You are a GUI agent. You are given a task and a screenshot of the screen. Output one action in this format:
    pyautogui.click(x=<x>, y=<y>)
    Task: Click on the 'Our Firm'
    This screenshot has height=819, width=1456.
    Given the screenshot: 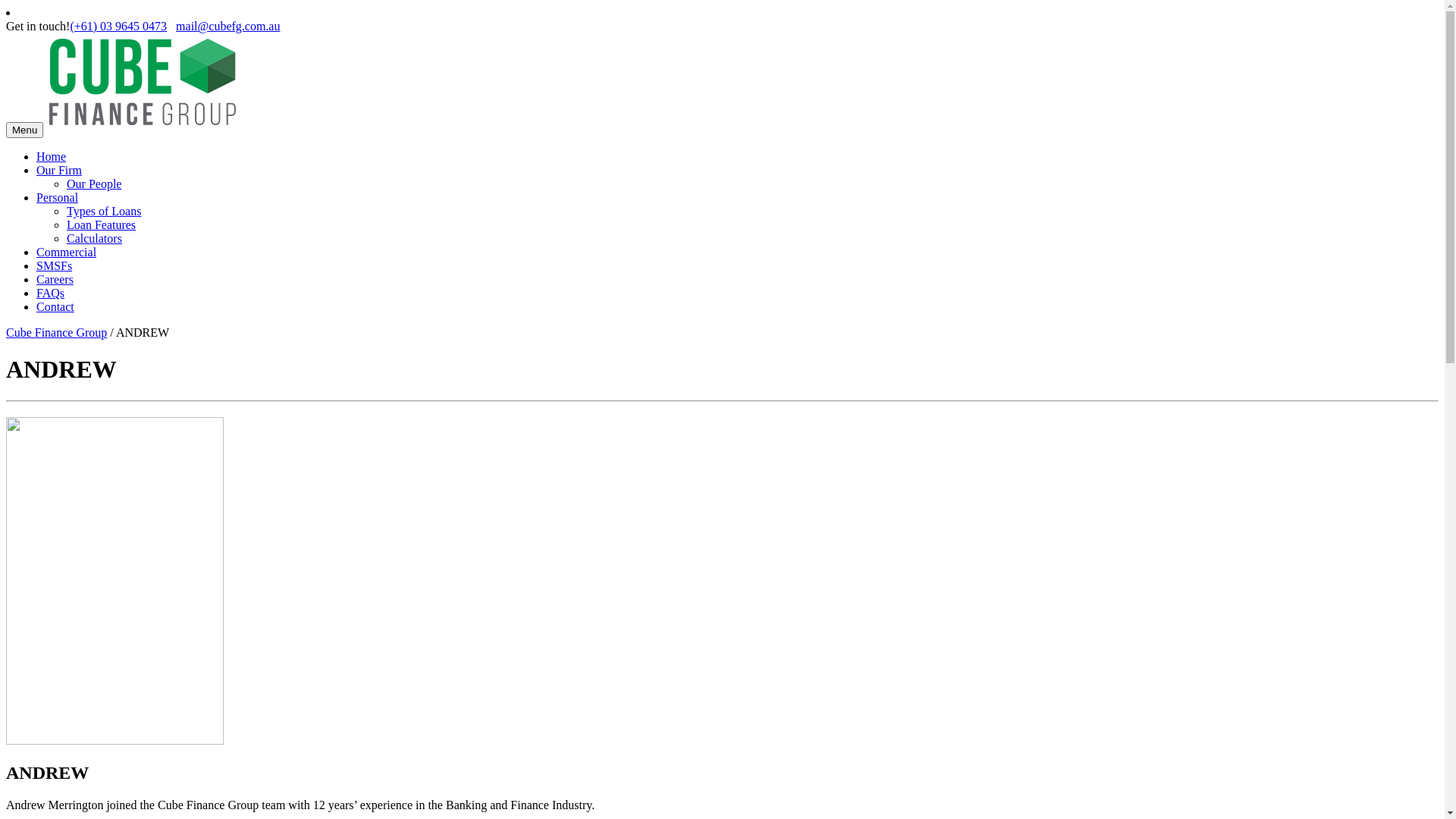 What is the action you would take?
    pyautogui.click(x=58, y=170)
    